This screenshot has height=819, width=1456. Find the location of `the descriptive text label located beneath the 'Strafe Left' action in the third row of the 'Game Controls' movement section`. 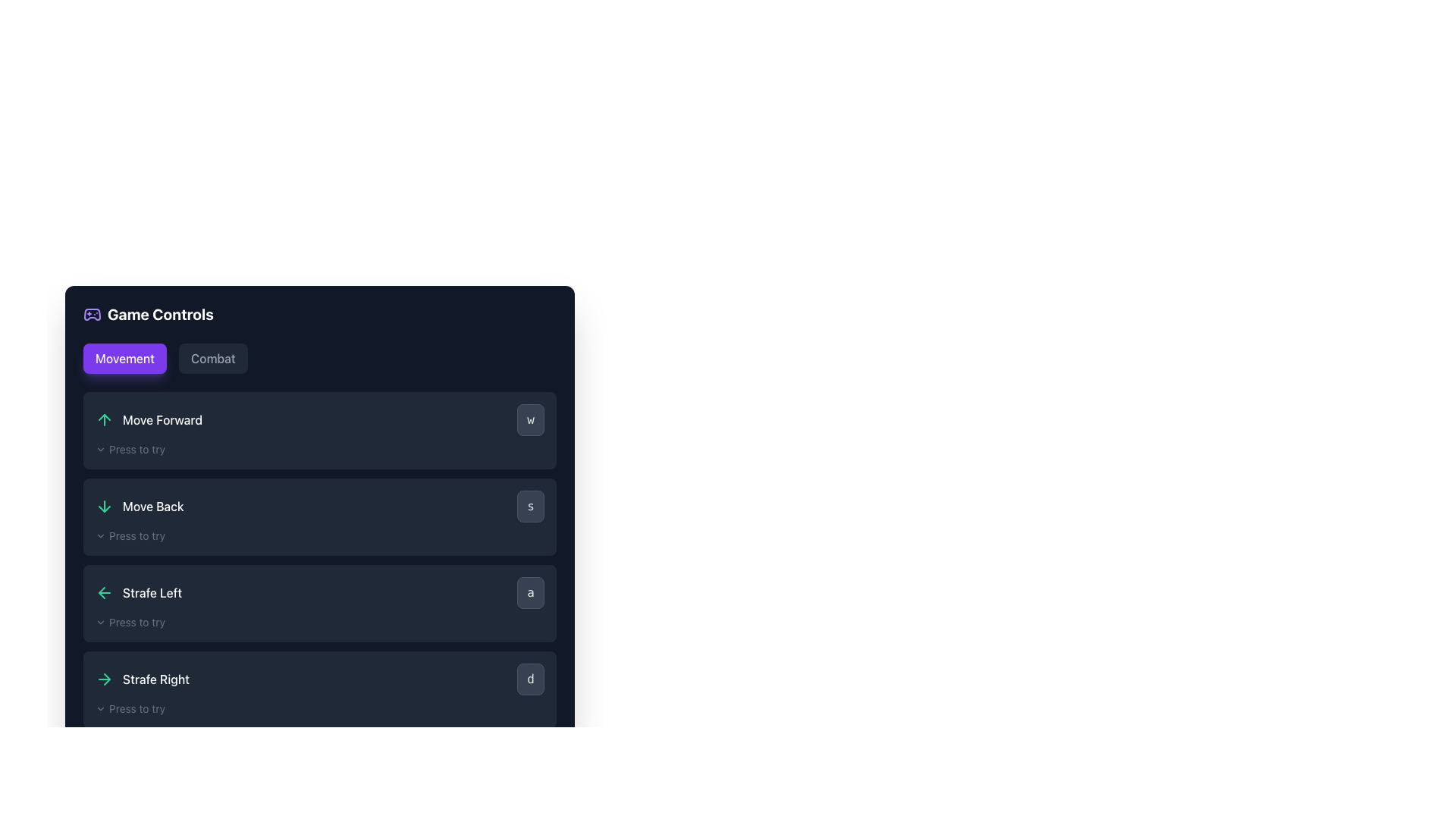

the descriptive text label located beneath the 'Strafe Left' action in the third row of the 'Game Controls' movement section is located at coordinates (137, 623).